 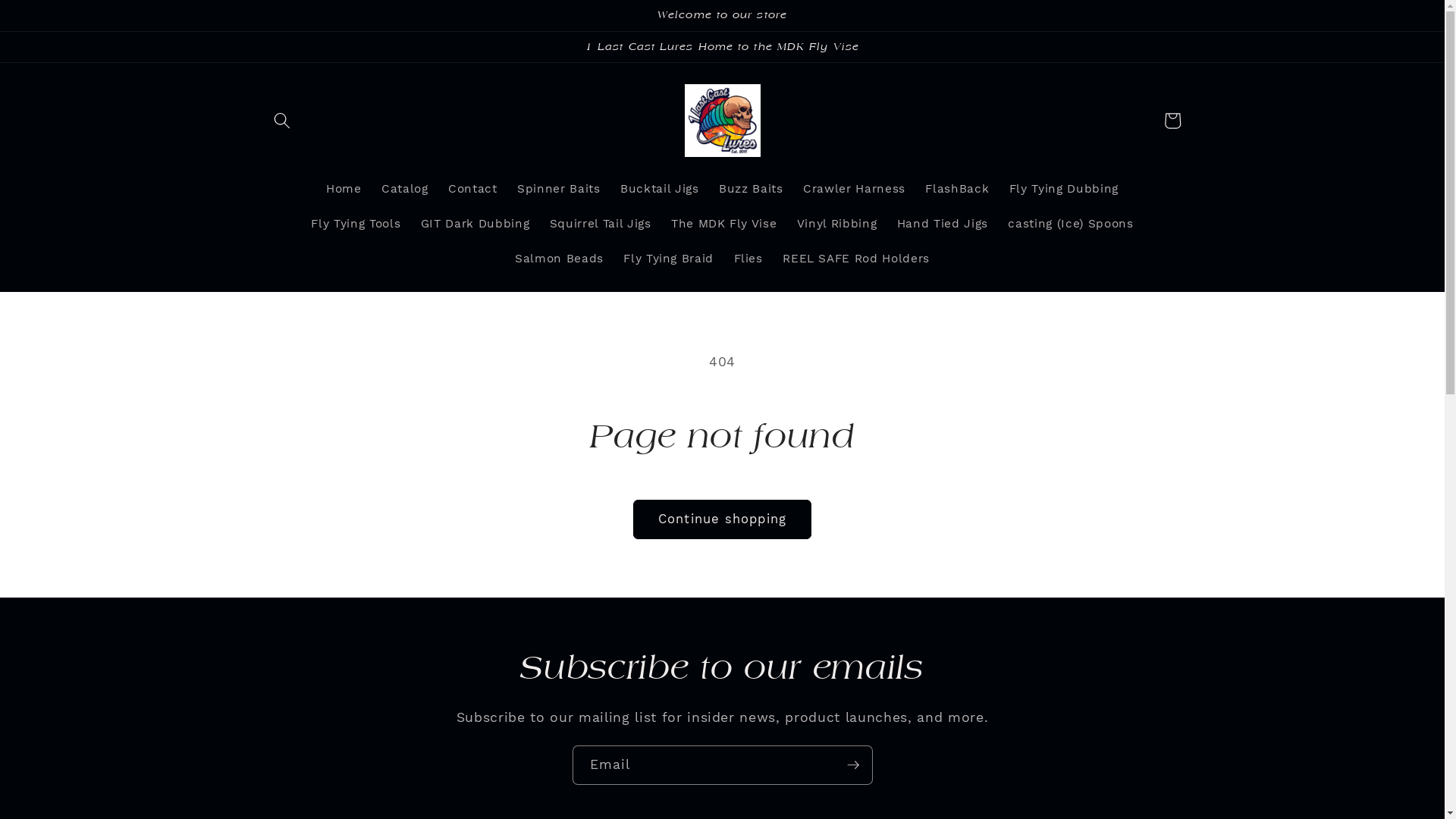 I want to click on 'casting (Ice) Spoons', so click(x=1069, y=224).